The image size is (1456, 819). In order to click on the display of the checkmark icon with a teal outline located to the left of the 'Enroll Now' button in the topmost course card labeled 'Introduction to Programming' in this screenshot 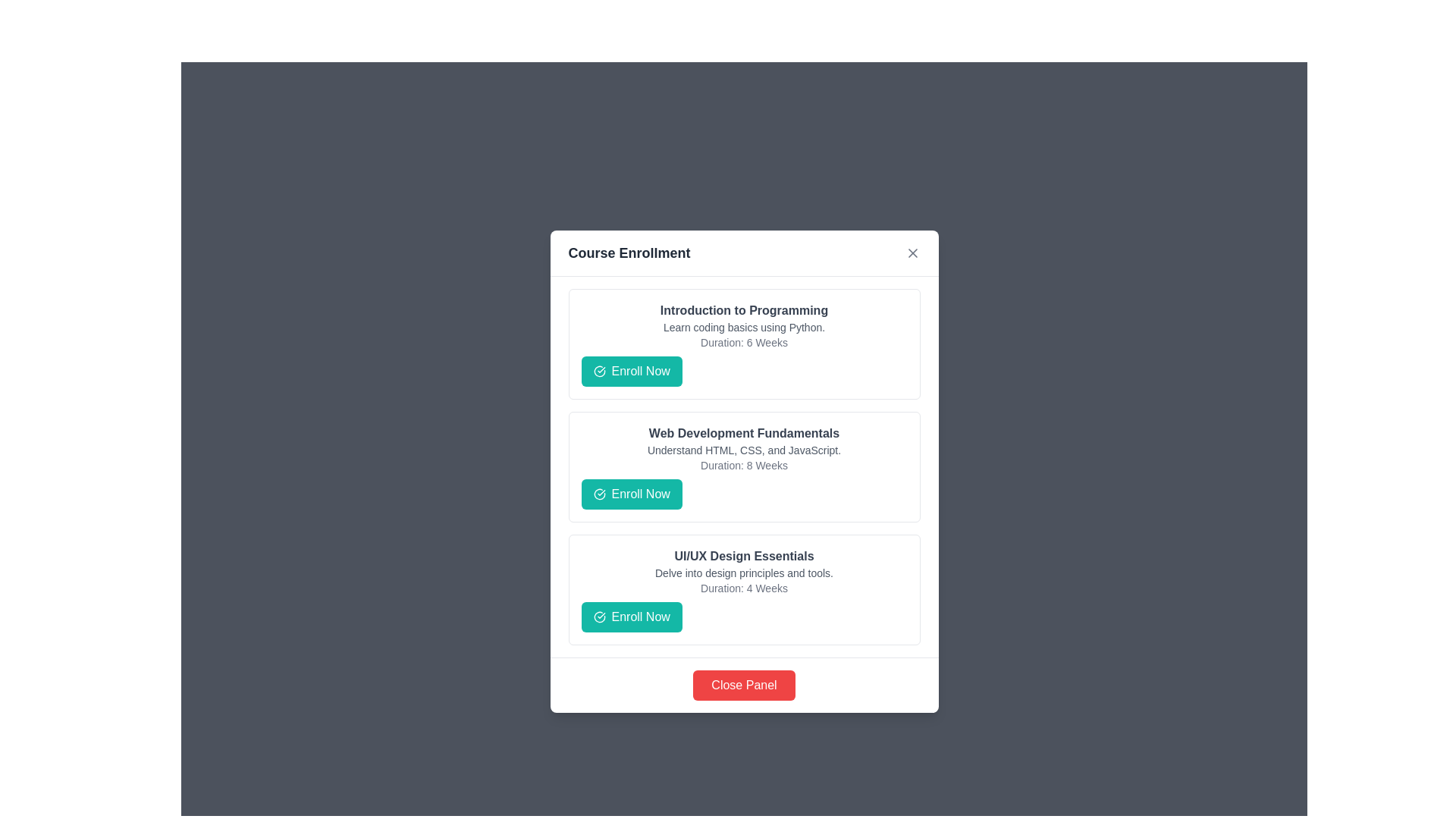, I will do `click(598, 371)`.